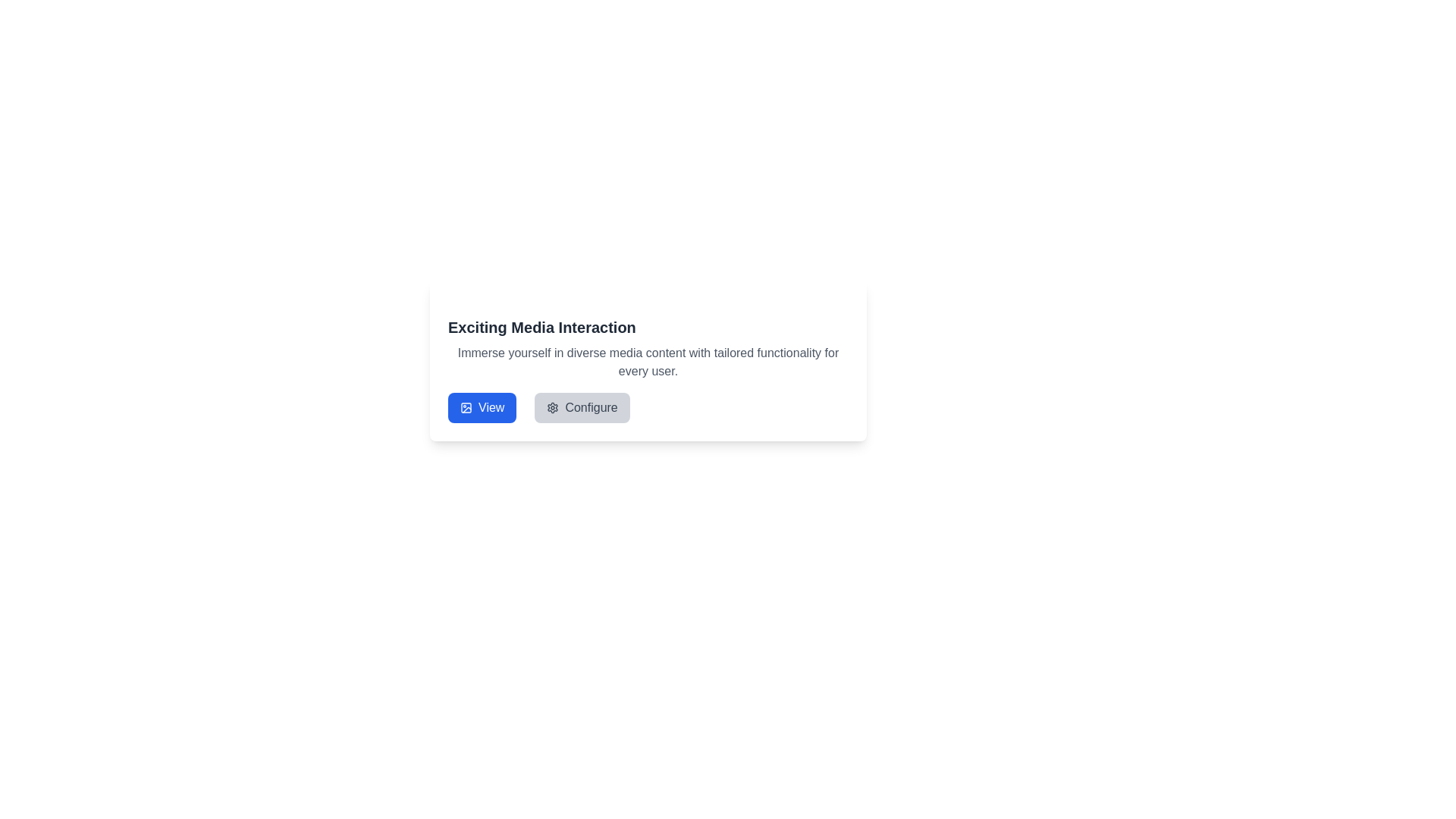 This screenshot has height=819, width=1456. Describe the element at coordinates (582, 406) in the screenshot. I see `the settings button located to the right of the 'View' button in the 'Exciting Media Interaction' section` at that location.